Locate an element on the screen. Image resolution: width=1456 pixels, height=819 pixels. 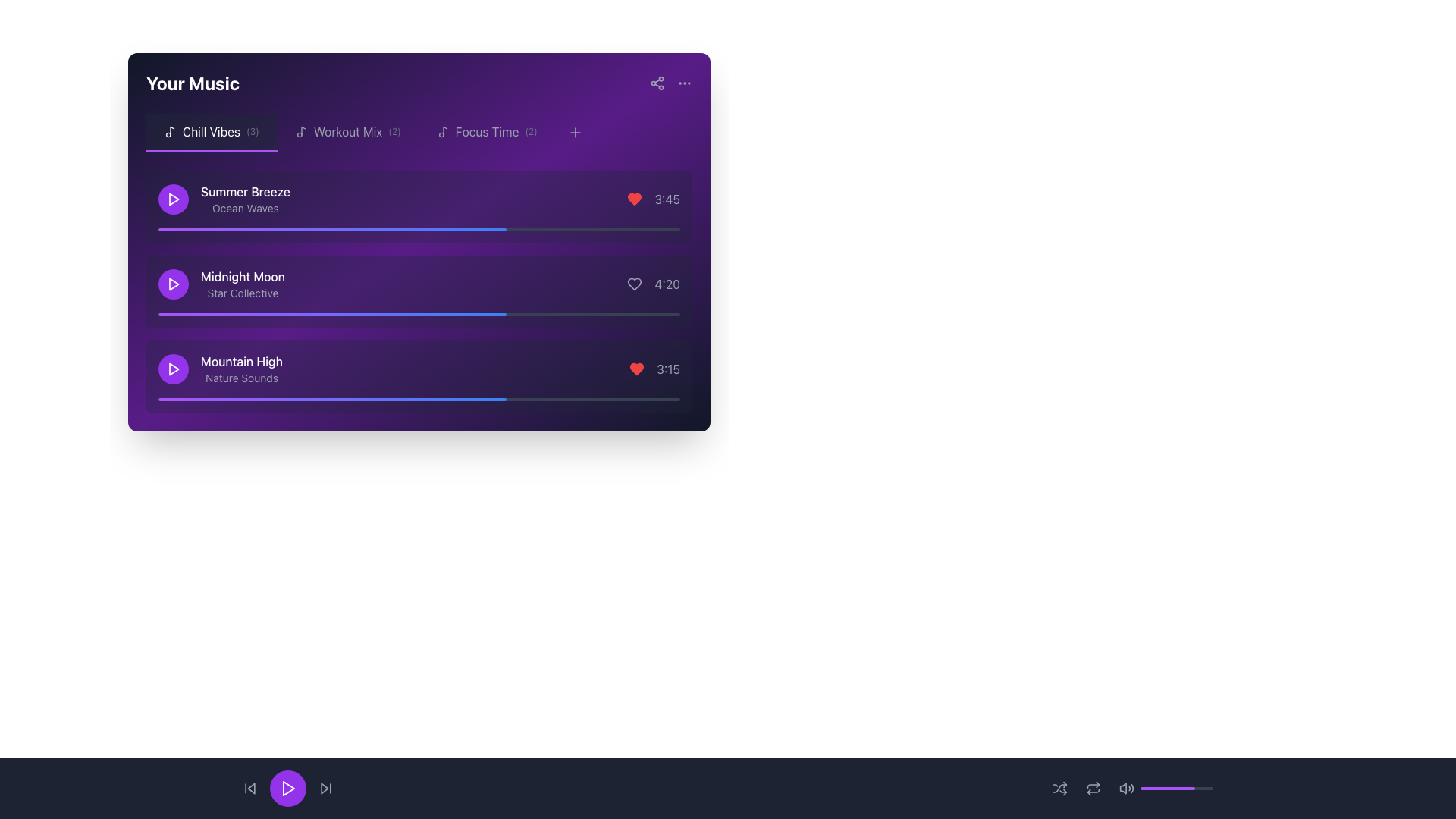
the shuffle icon button, which is represented by a pair of crossing arrows and is located at the bottom center of the interface is located at coordinates (1059, 788).